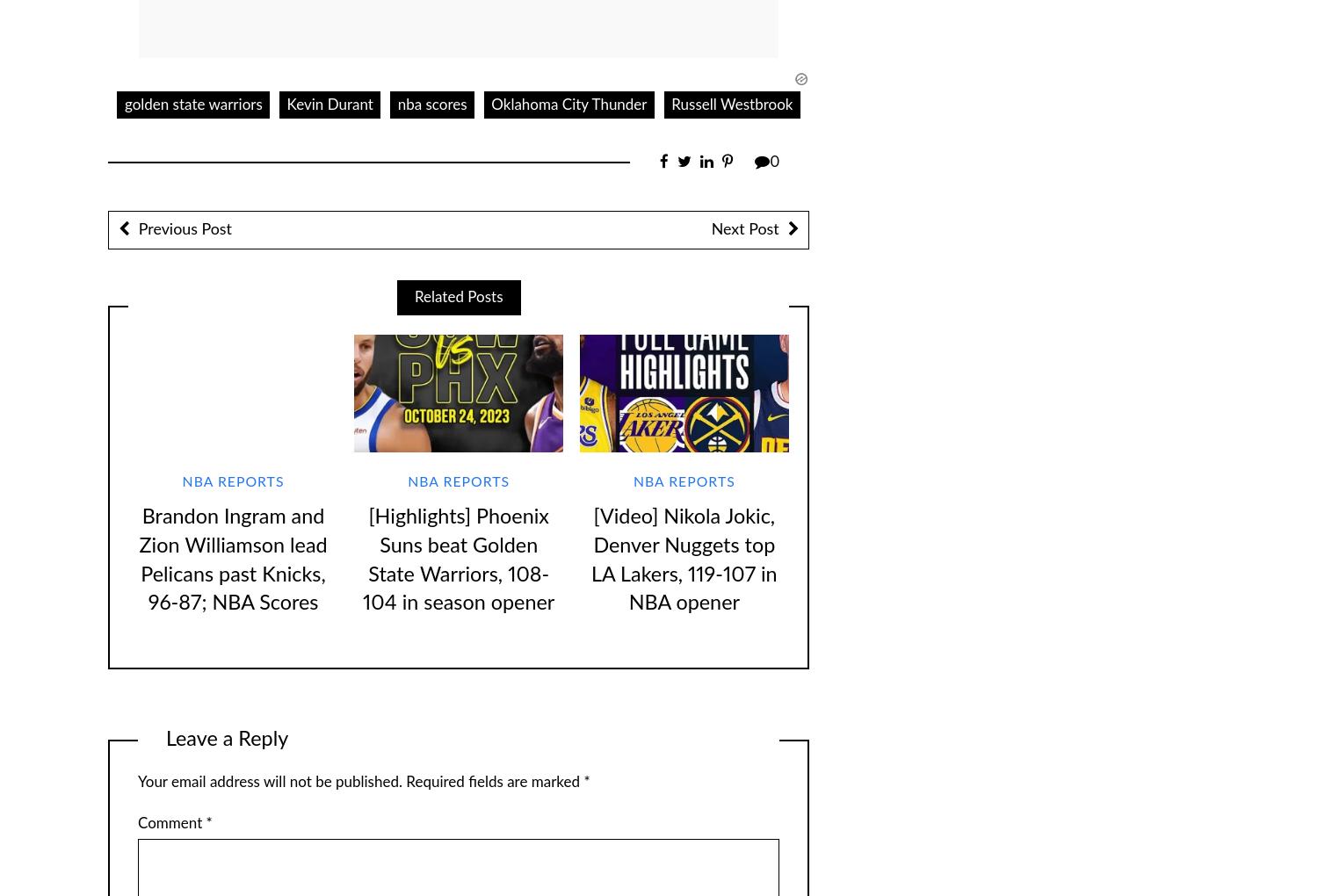 This screenshot has width=1318, height=896. What do you see at coordinates (684, 560) in the screenshot?
I see `'[Video] Nikola Jokic, Denver Nuggets top LA Lakers, 119-107 in NBA opener'` at bounding box center [684, 560].